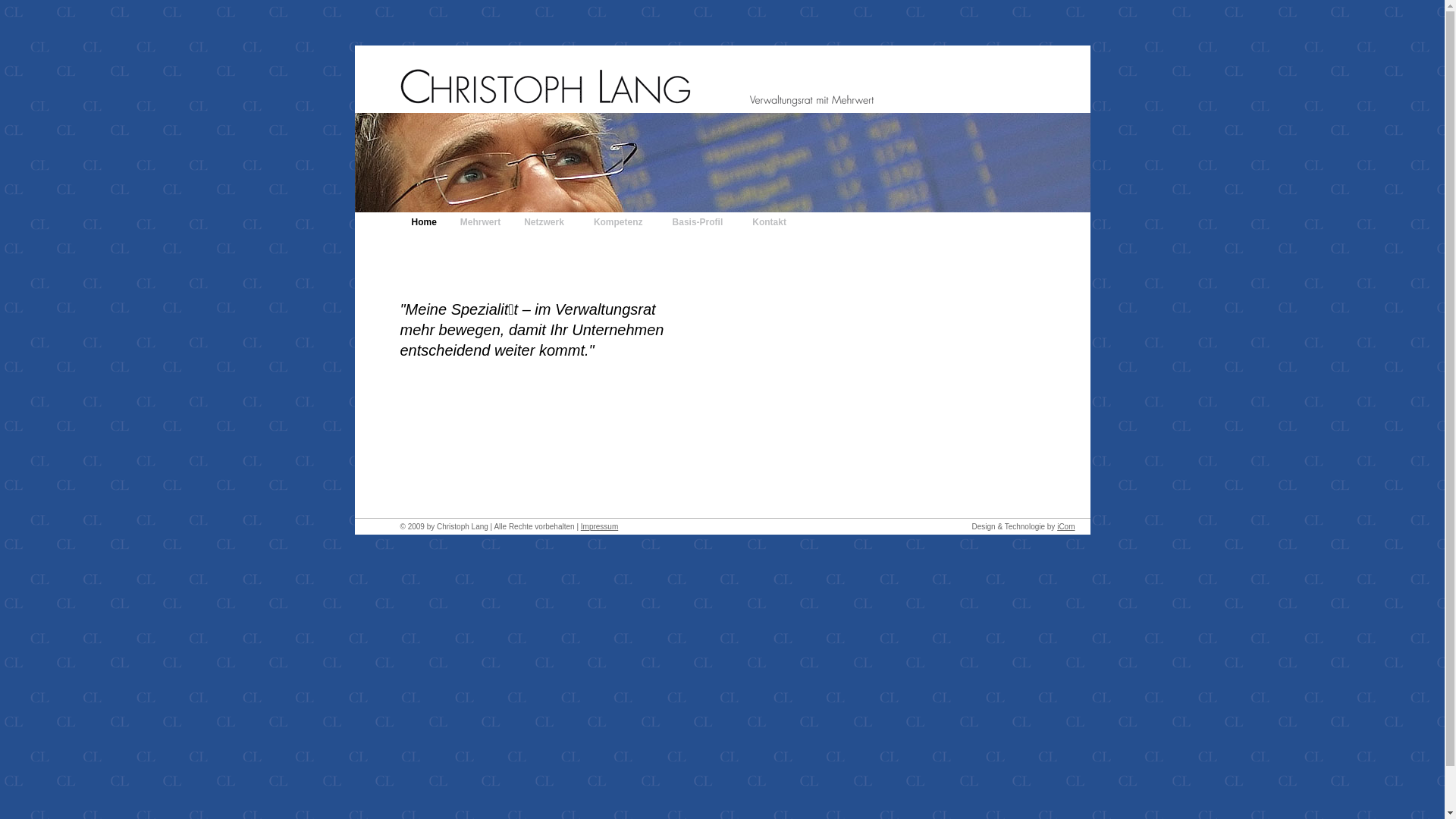 The width and height of the screenshot is (1456, 819). I want to click on 'Netzwerk', so click(513, 222).